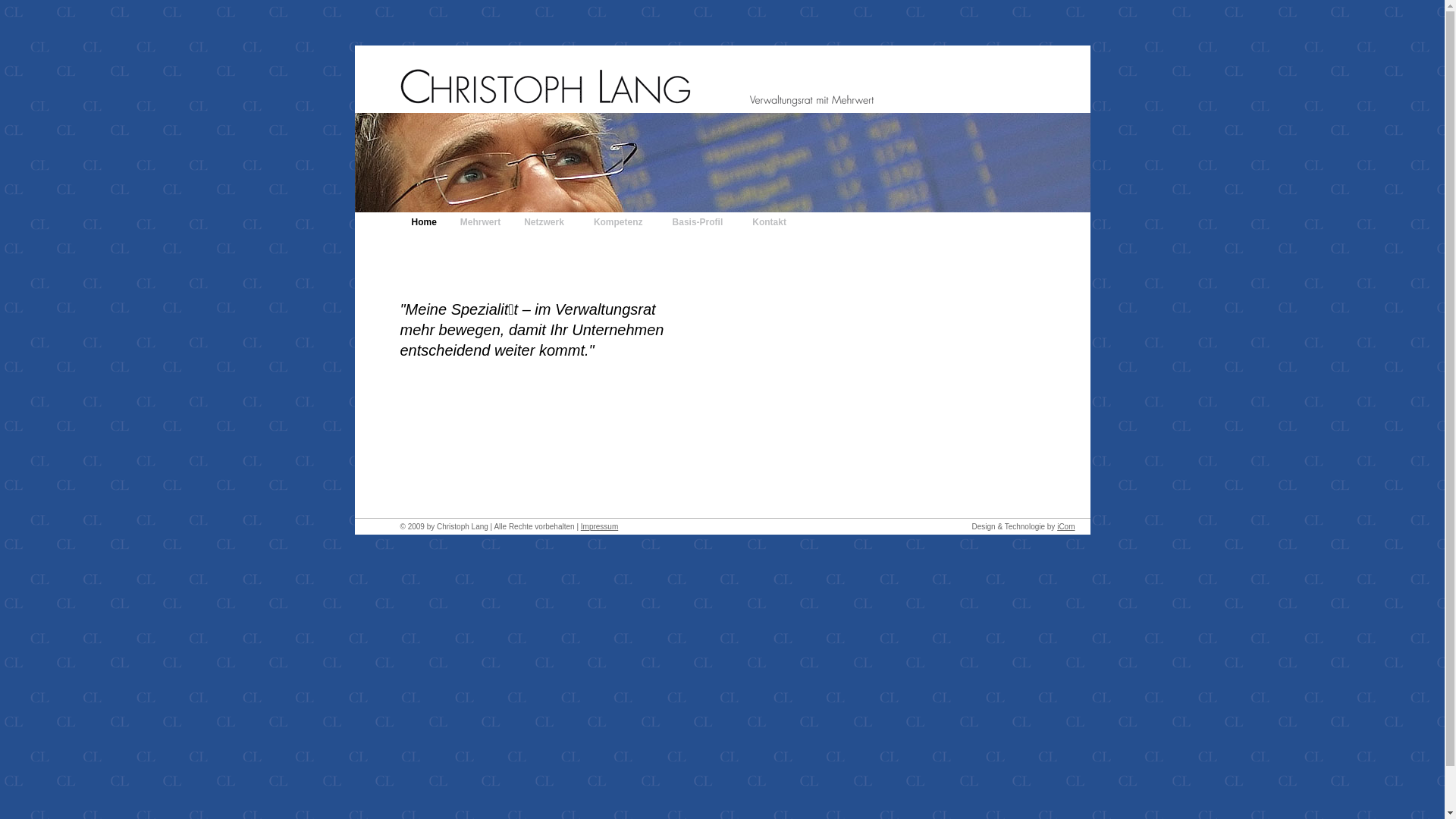 The width and height of the screenshot is (1456, 819). I want to click on 'Netzwerk', so click(513, 222).